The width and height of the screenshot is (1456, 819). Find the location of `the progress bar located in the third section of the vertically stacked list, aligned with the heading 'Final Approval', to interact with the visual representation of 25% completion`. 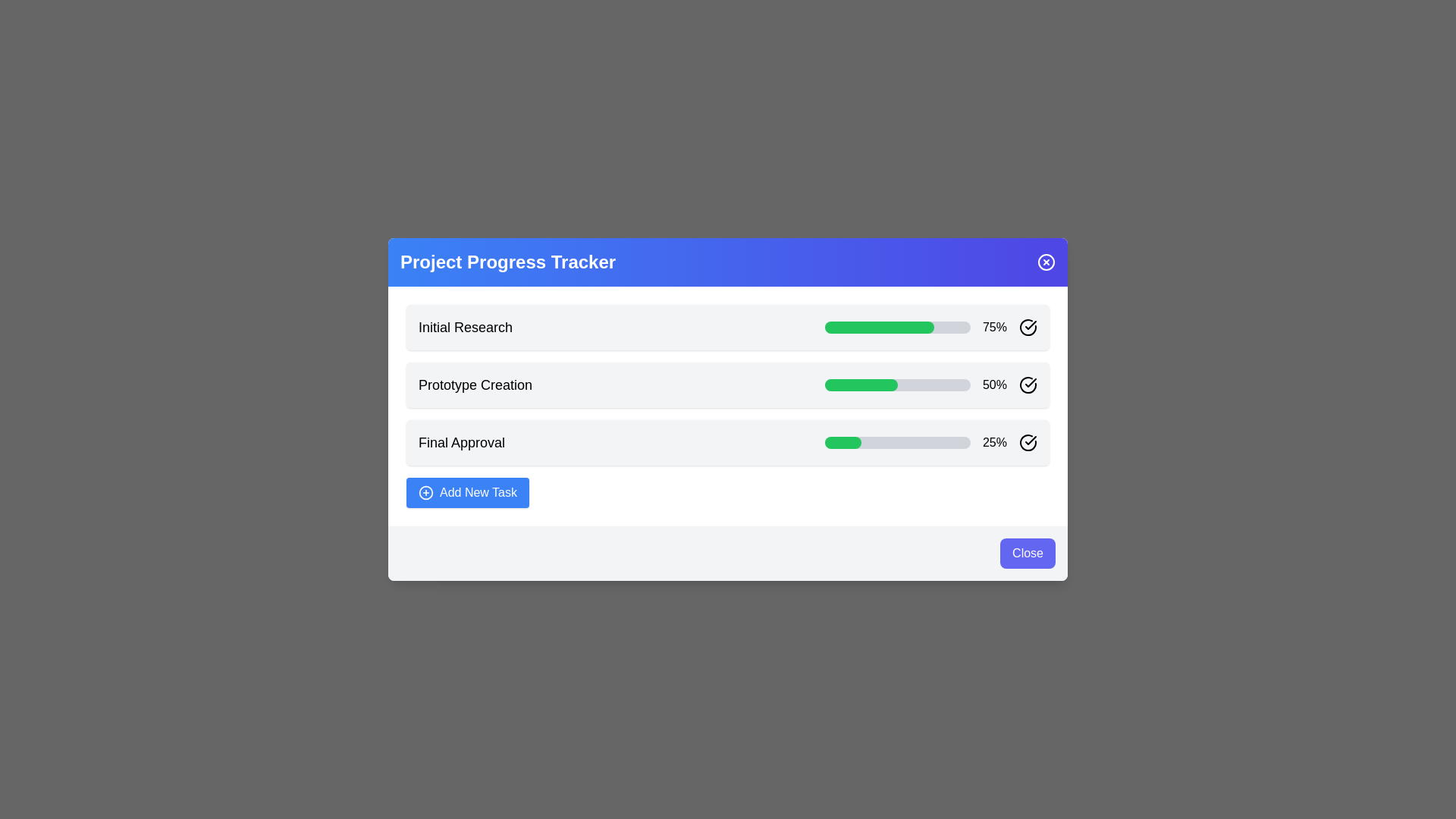

the progress bar located in the third section of the vertically stacked list, aligned with the heading 'Final Approval', to interact with the visual representation of 25% completion is located at coordinates (930, 442).